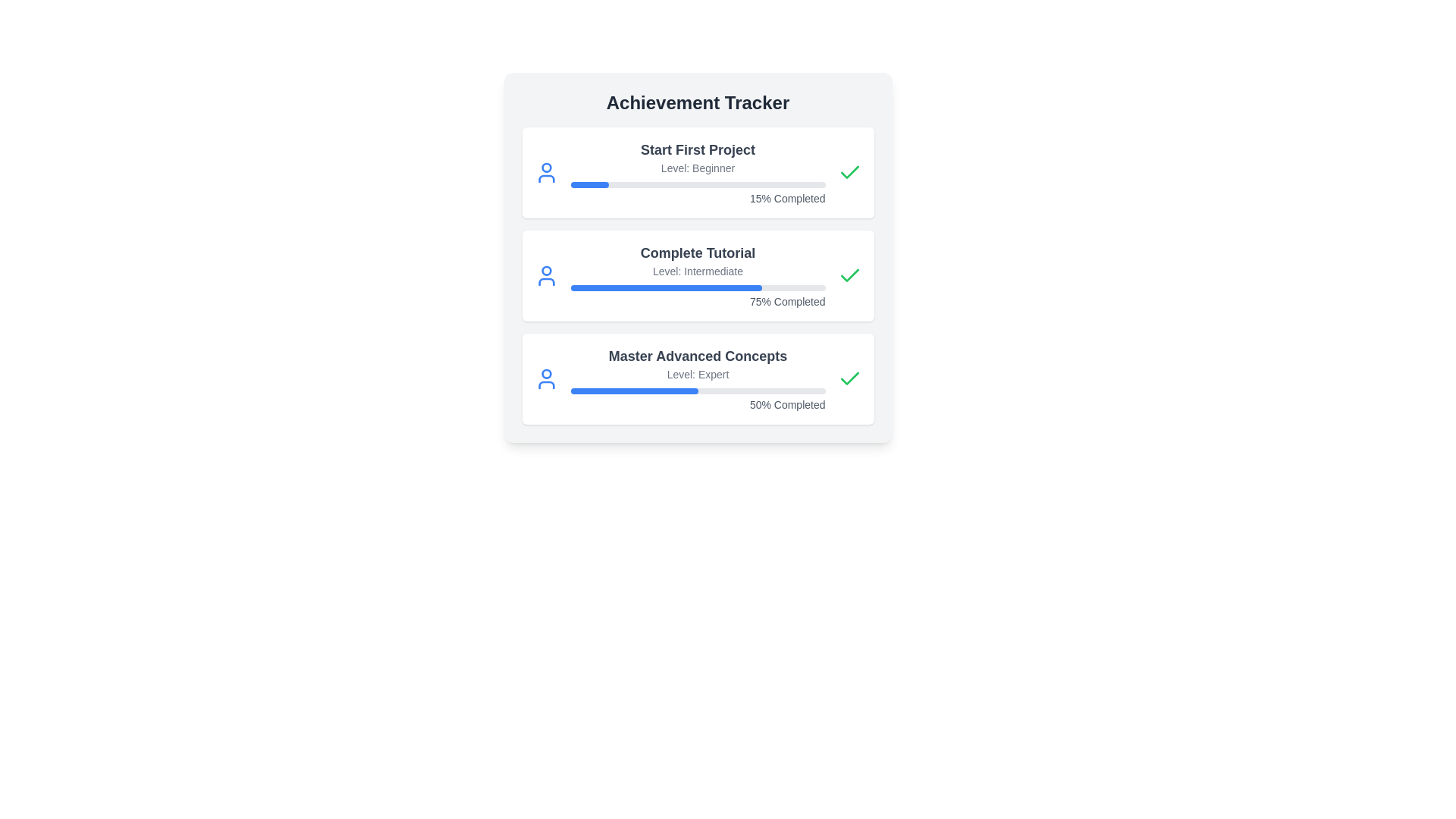  I want to click on the Progress Bar indicating the completion of the 'Start First Project' task, which shows that 15% of the task is completed, so click(697, 184).